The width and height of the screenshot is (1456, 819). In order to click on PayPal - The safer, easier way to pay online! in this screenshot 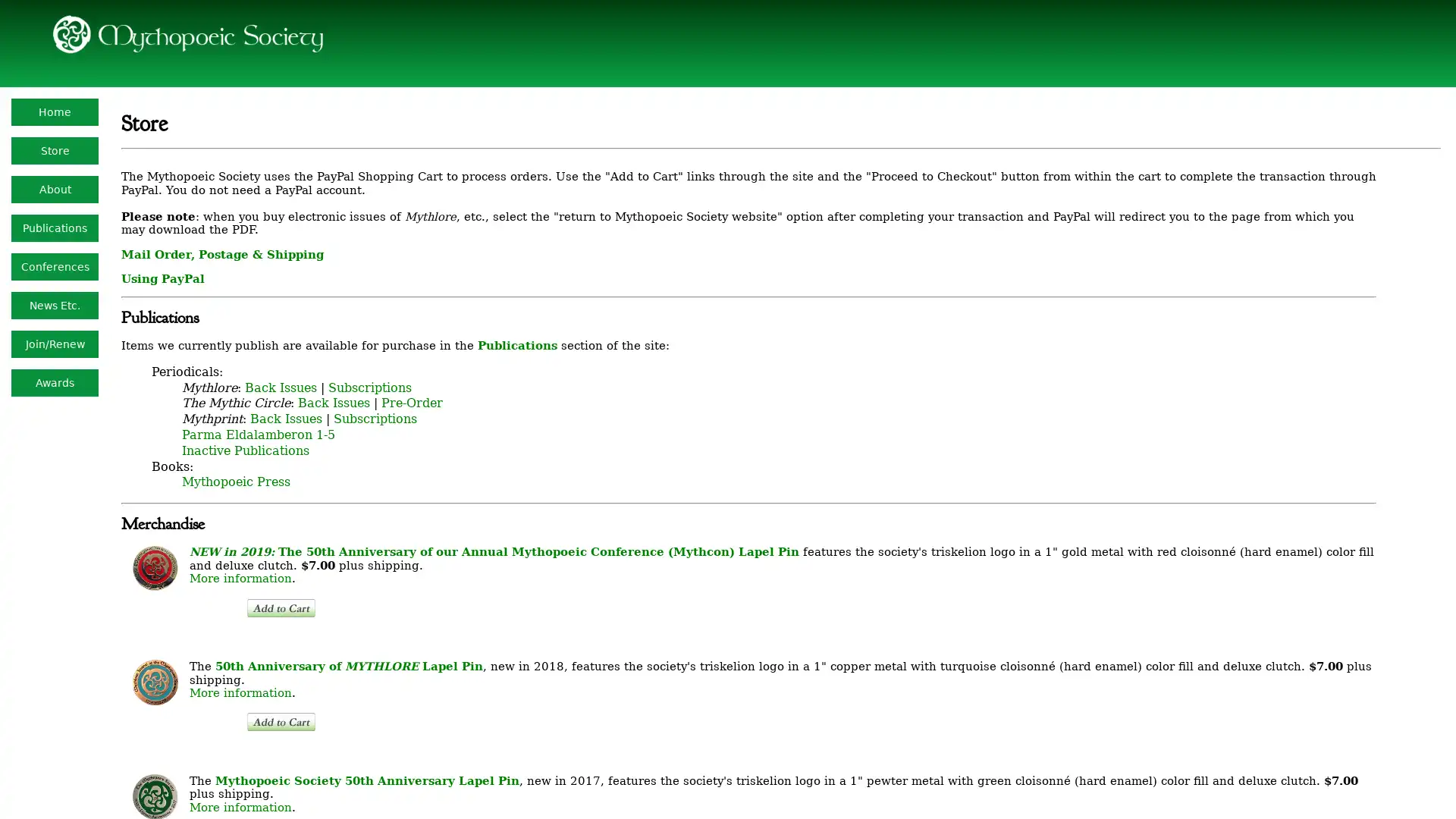, I will do `click(280, 607)`.